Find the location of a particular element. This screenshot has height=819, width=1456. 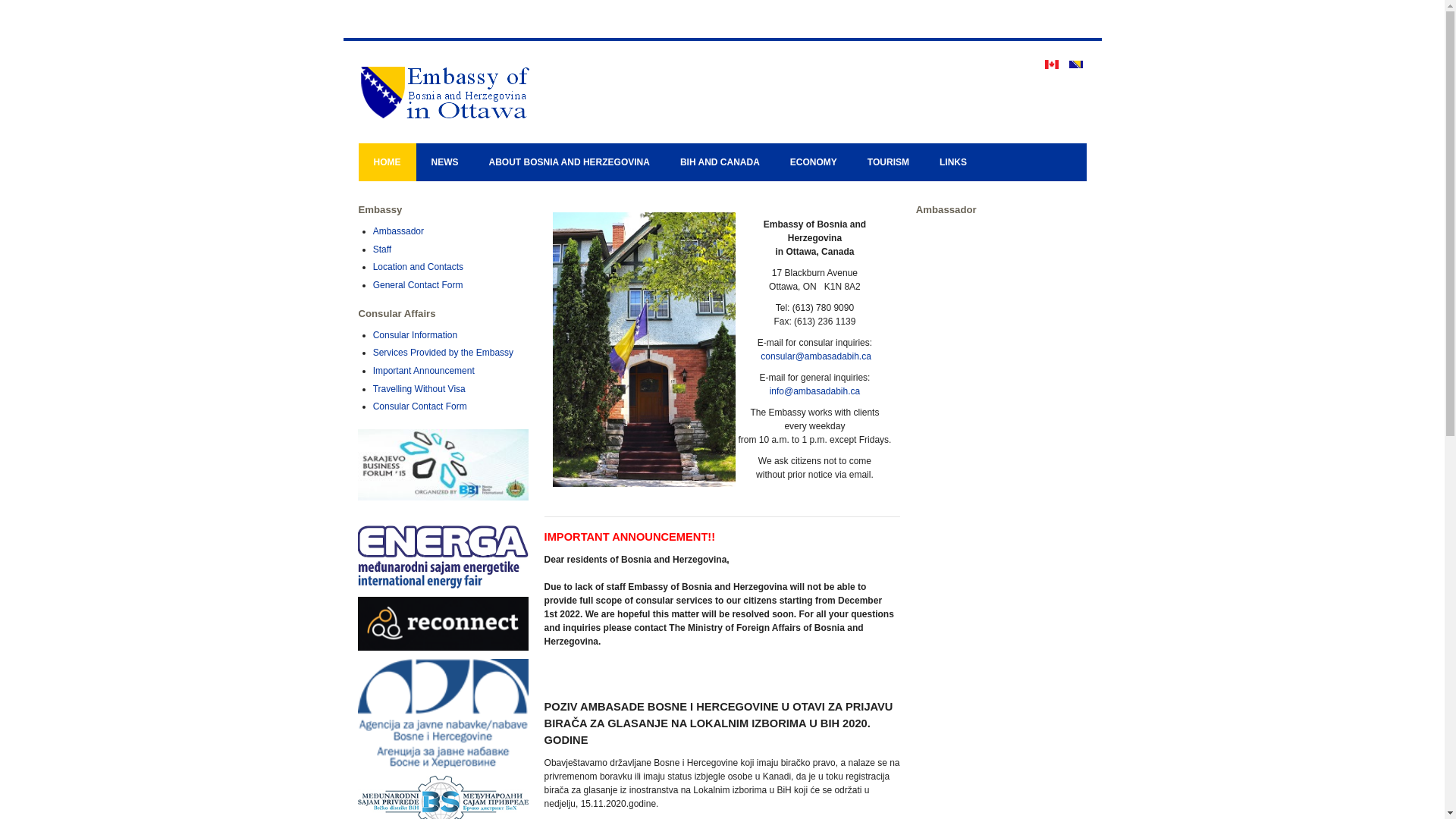

'TOURISM' is located at coordinates (888, 162).